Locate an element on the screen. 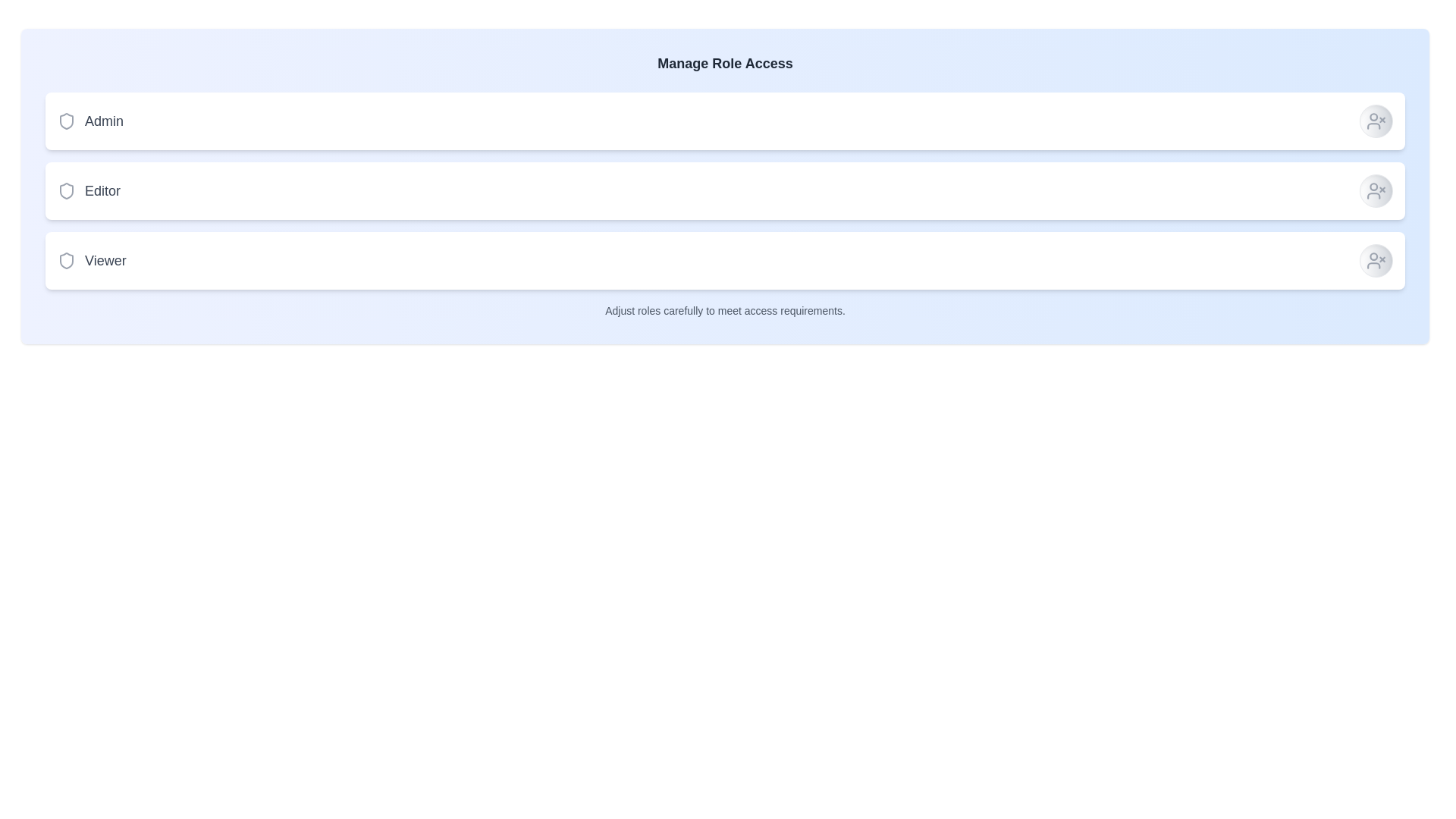  the shield icon, which is the third item in the vertical list of role access options, located to the left of the 'Viewer' role label is located at coordinates (65, 259).